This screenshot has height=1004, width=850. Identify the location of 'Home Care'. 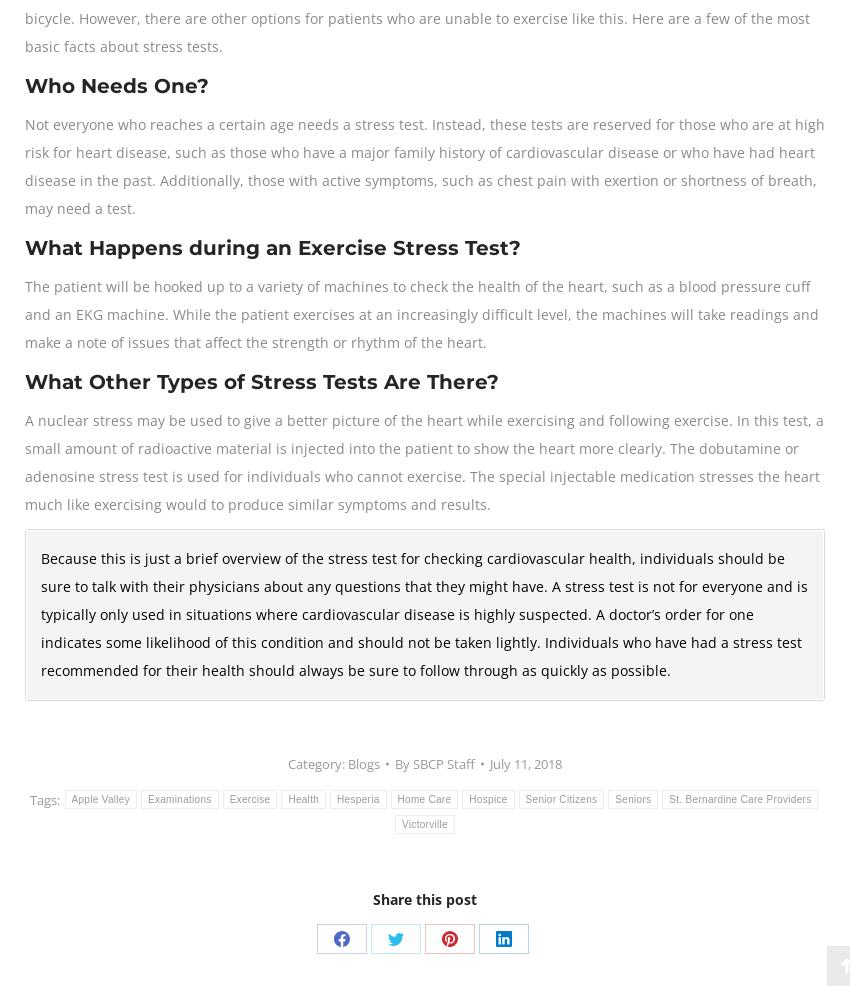
(423, 799).